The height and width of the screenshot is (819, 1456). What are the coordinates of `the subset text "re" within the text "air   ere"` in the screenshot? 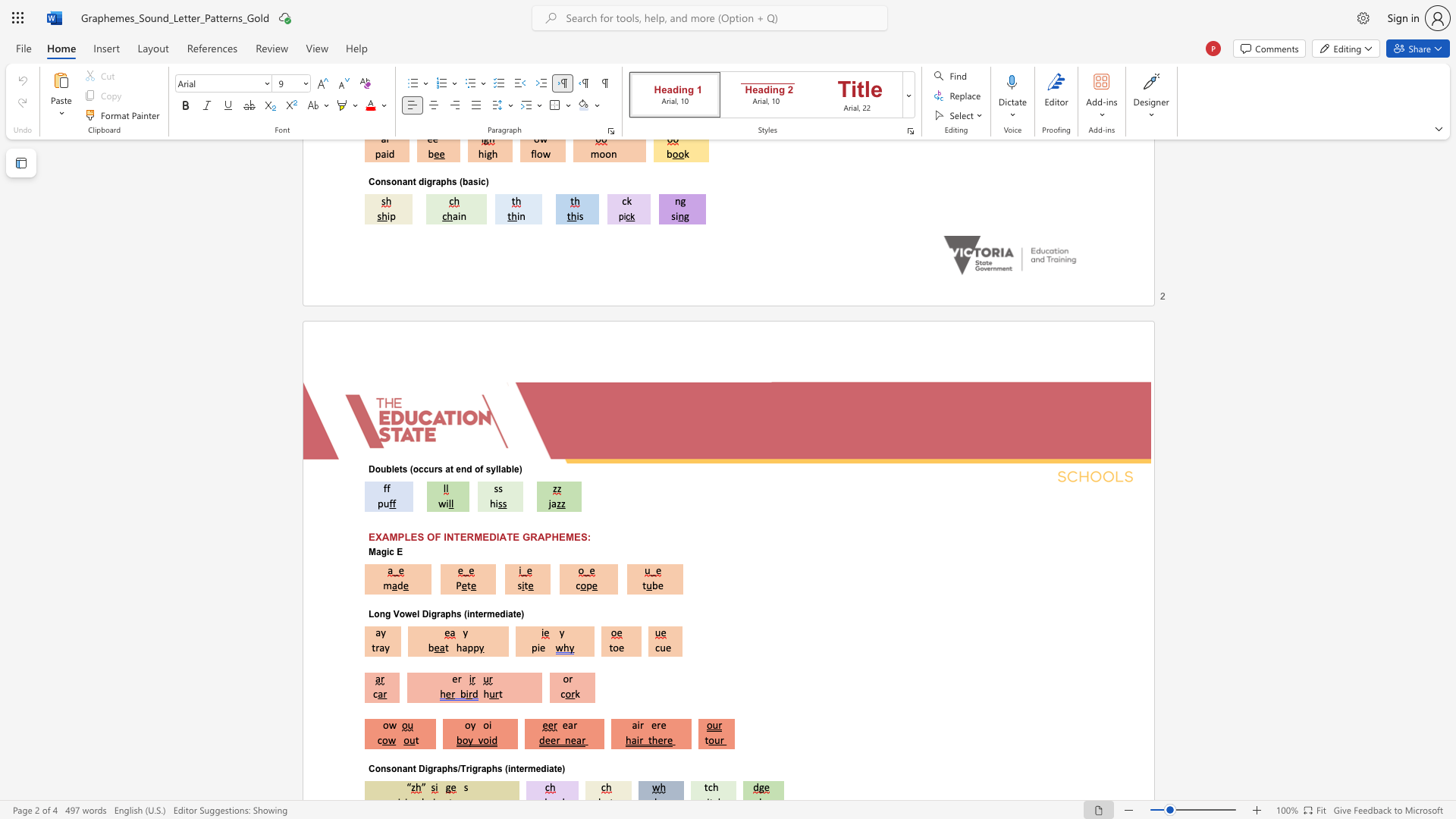 It's located at (657, 724).